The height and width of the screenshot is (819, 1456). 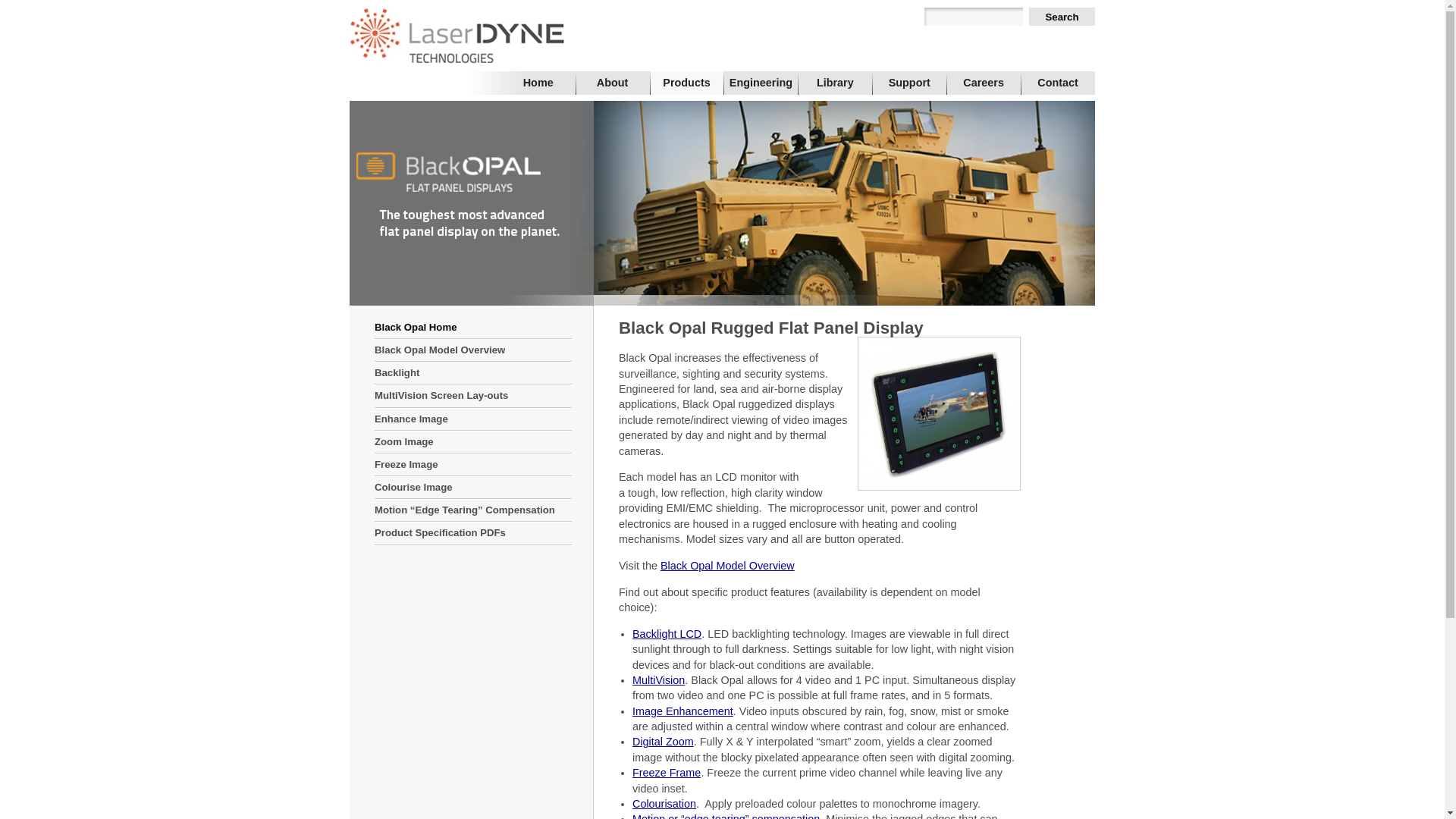 What do you see at coordinates (946, 83) in the screenshot?
I see `'Careers'` at bounding box center [946, 83].